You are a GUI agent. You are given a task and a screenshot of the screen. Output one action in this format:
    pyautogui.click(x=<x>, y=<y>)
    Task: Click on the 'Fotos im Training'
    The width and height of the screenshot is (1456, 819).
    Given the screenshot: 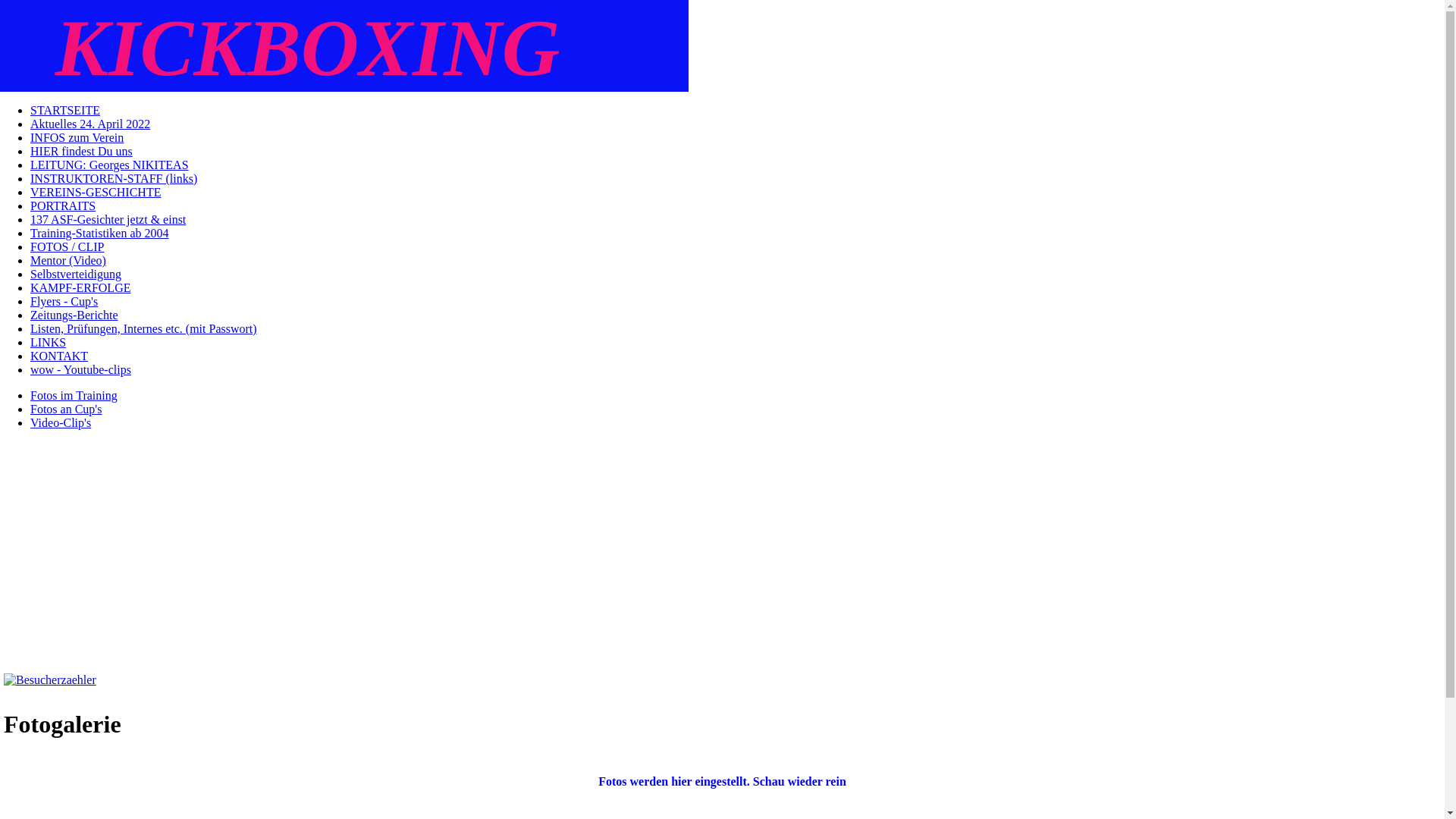 What is the action you would take?
    pyautogui.click(x=73, y=394)
    